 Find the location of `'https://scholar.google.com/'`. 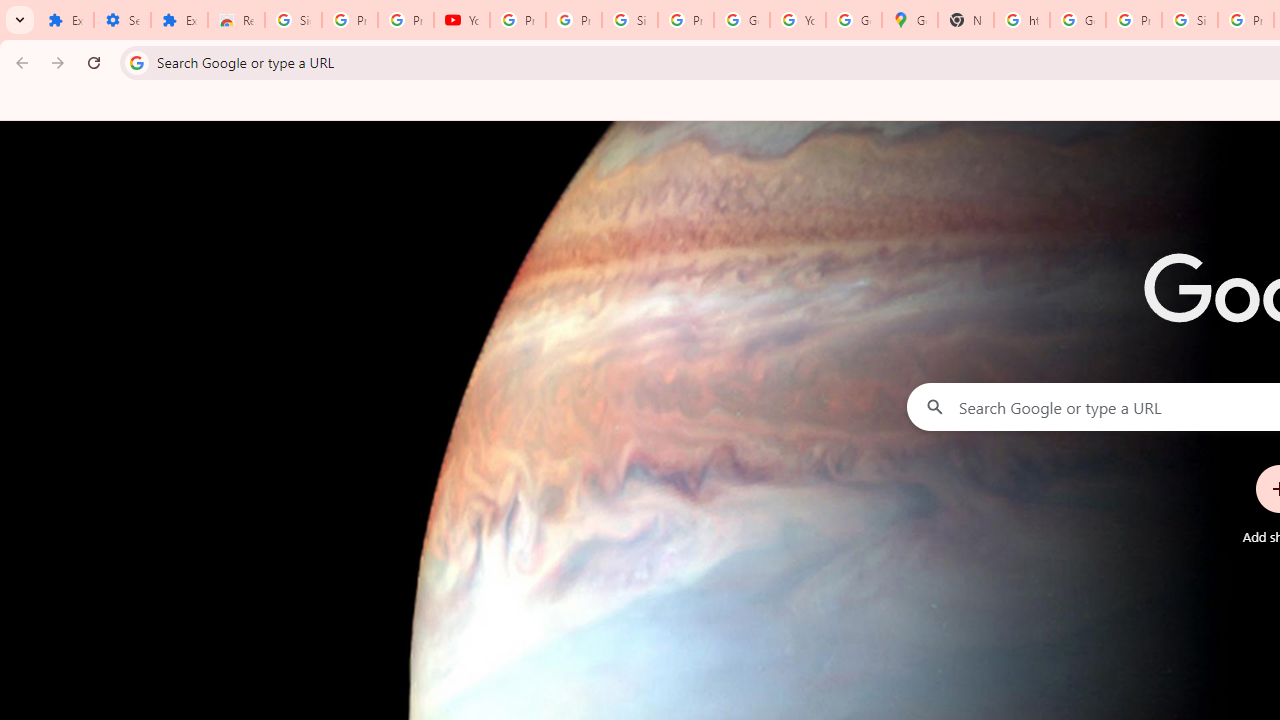

'https://scholar.google.com/' is located at coordinates (1022, 20).